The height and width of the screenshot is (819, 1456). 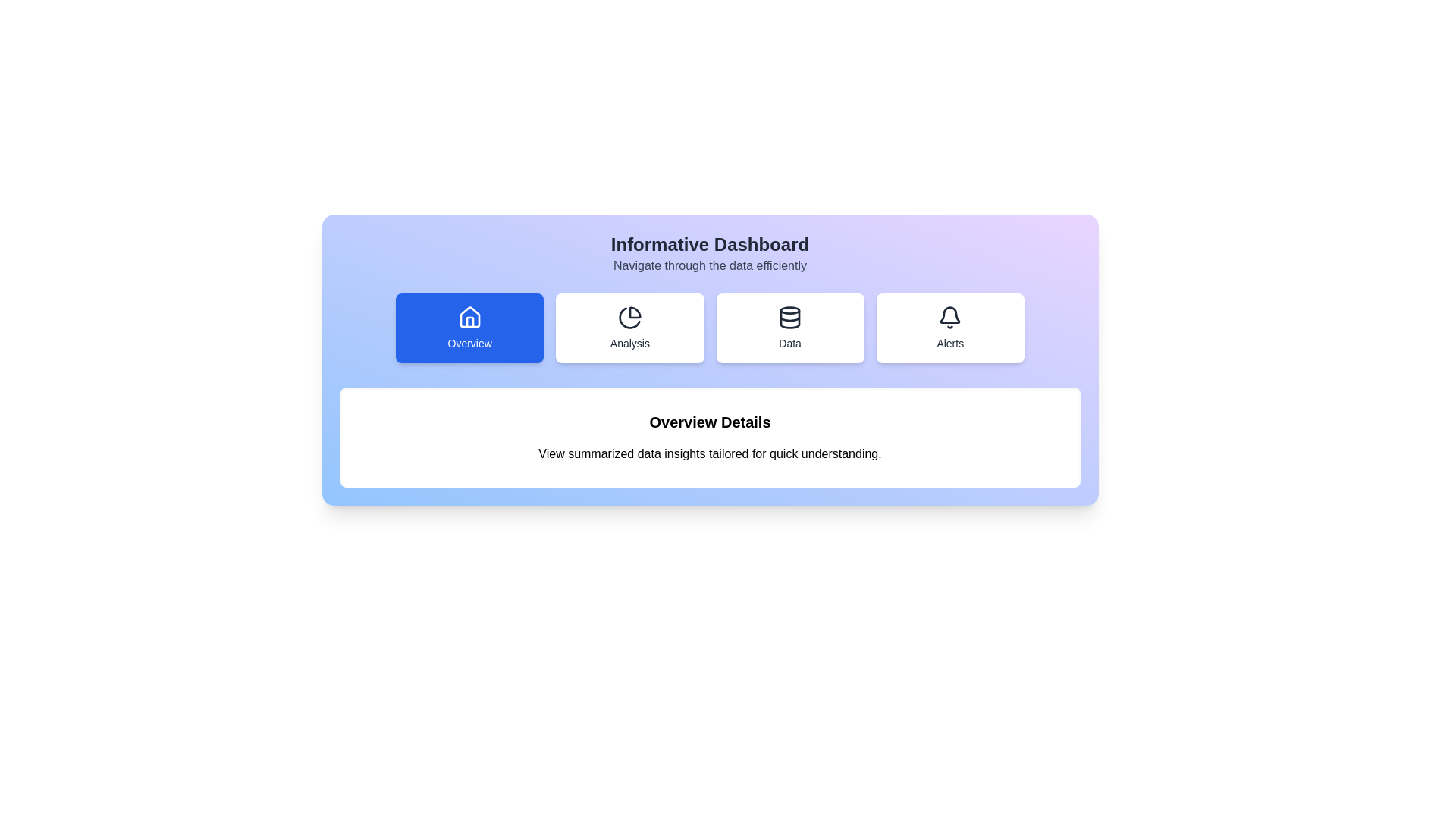 I want to click on data management icon located in the upper portion of the 'Data' card, which is the third card from the left in a row of four cards, so click(x=789, y=317).